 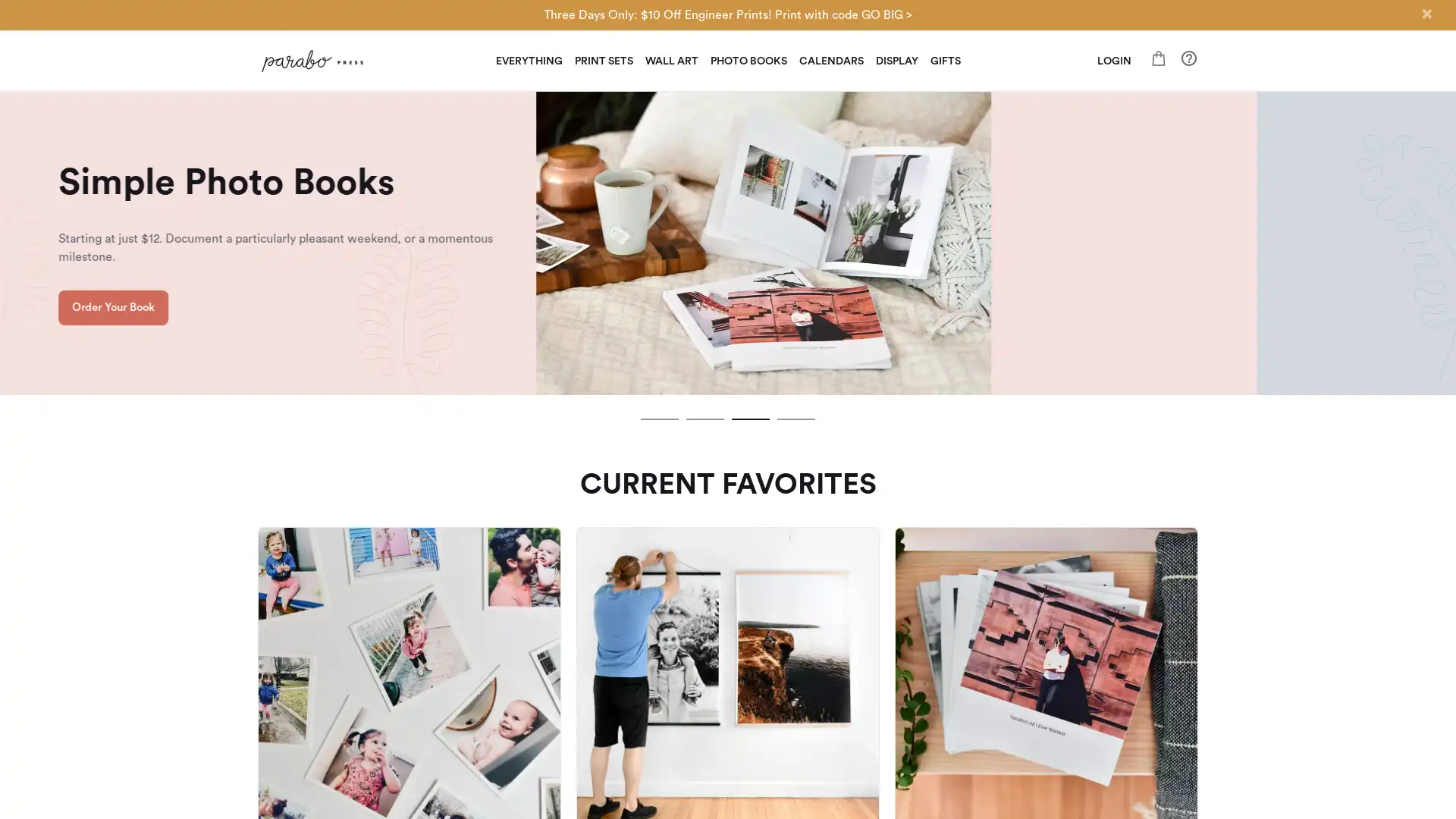 I want to click on slide dot, so click(x=659, y=419).